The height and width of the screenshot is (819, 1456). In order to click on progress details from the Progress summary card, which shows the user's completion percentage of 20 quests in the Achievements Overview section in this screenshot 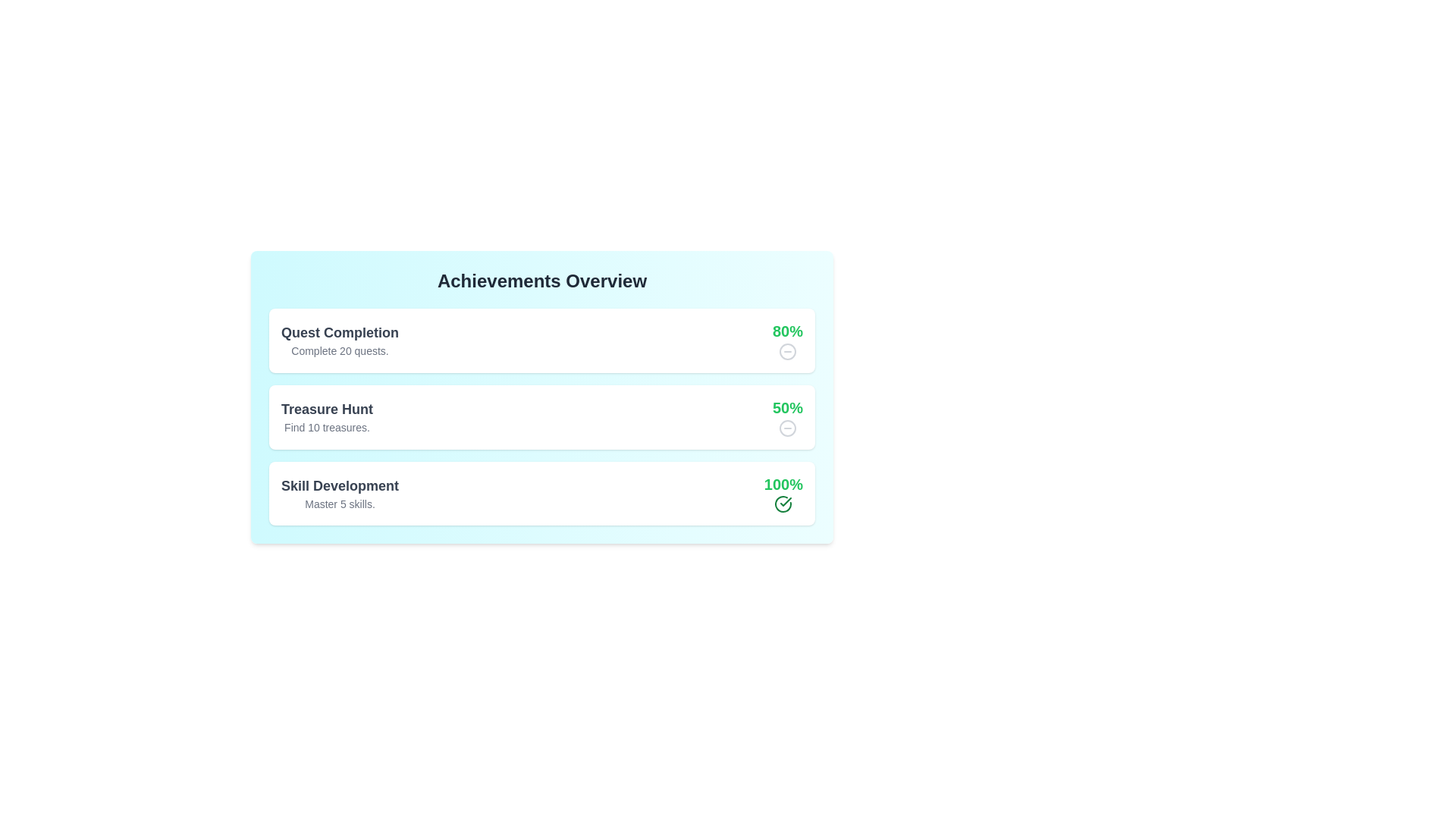, I will do `click(542, 339)`.